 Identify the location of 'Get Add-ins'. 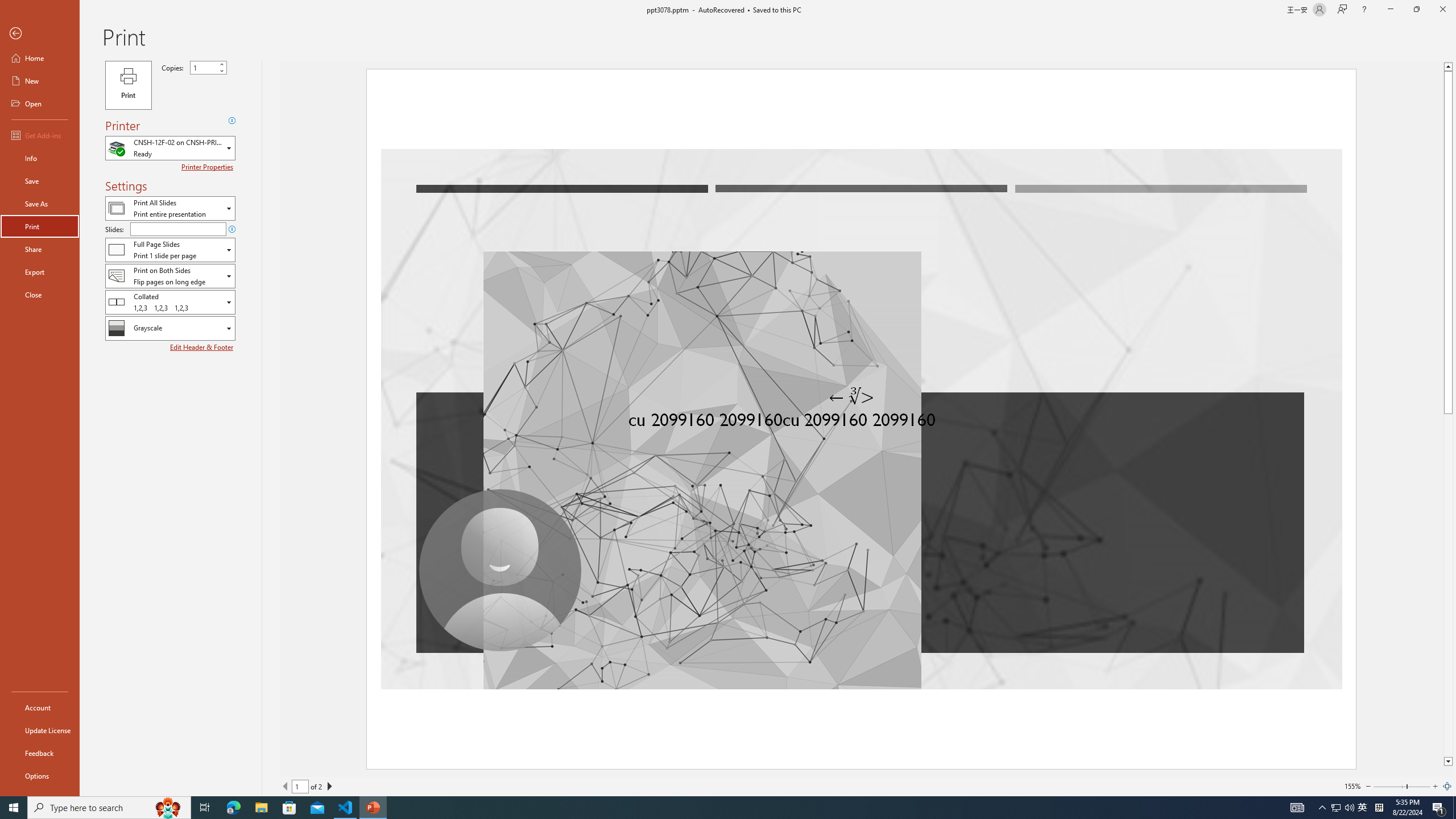
(39, 135).